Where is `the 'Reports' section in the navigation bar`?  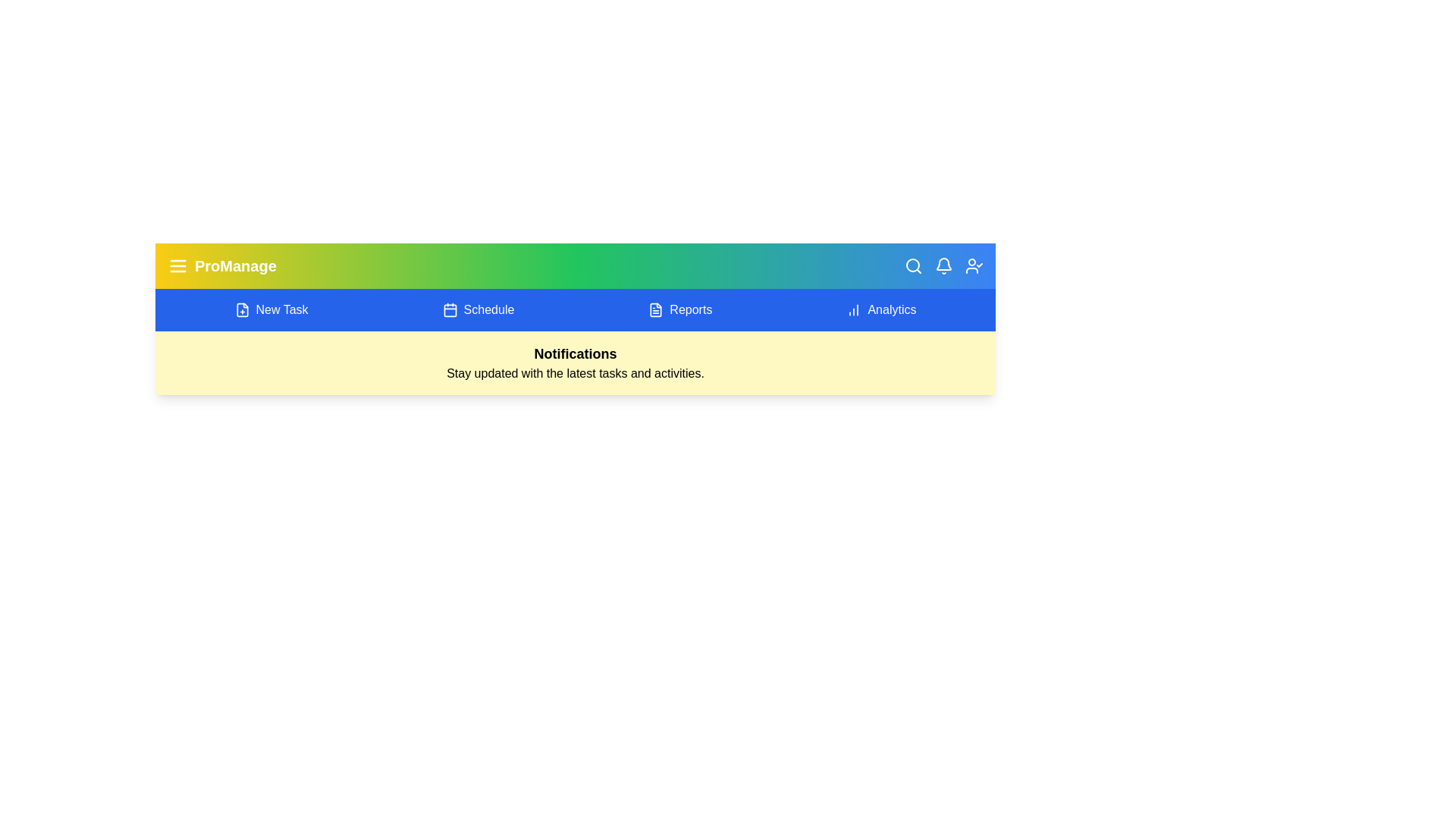
the 'Reports' section in the navigation bar is located at coordinates (679, 309).